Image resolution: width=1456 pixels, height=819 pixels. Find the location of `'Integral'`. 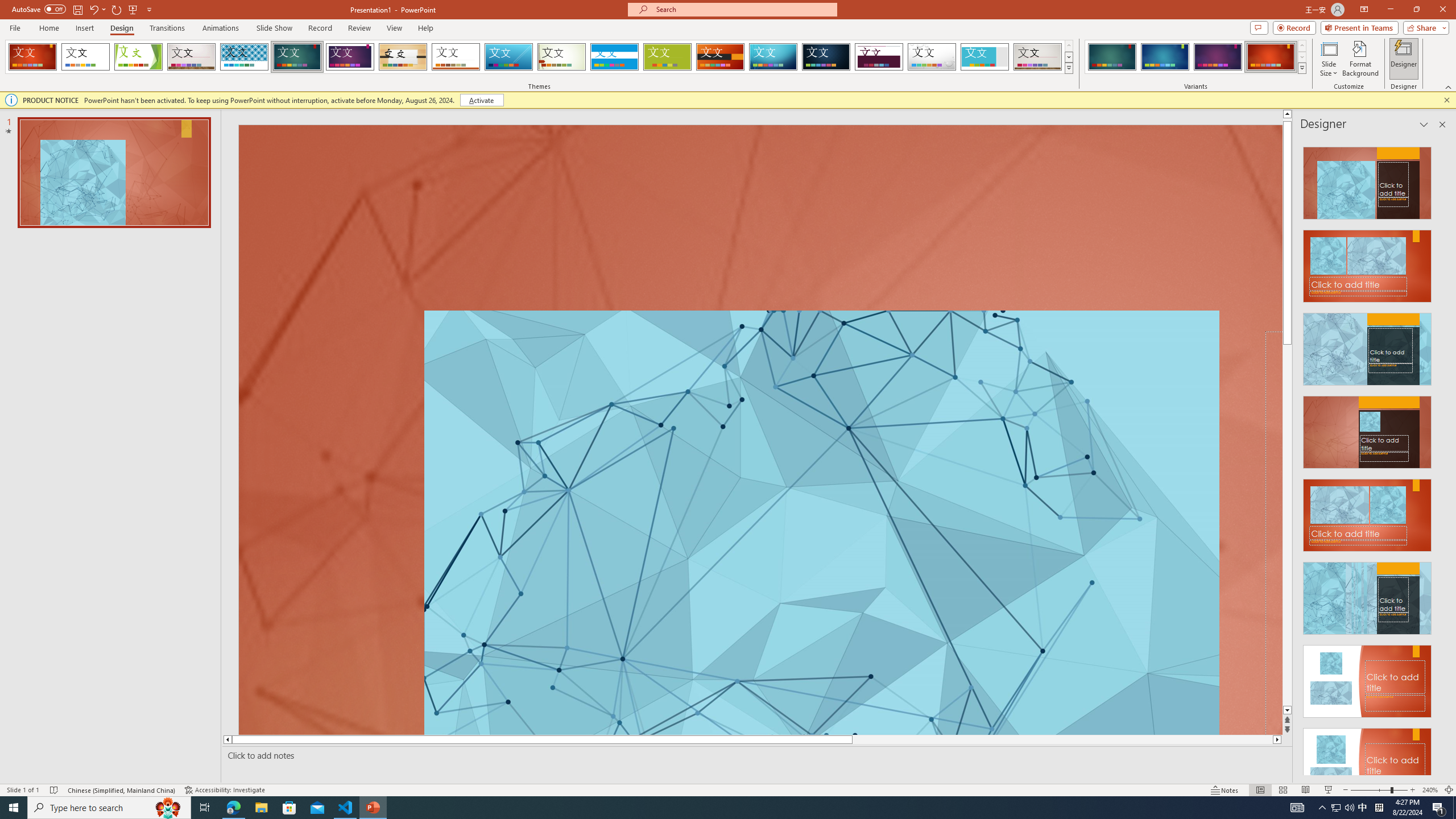

'Integral' is located at coordinates (244, 56).